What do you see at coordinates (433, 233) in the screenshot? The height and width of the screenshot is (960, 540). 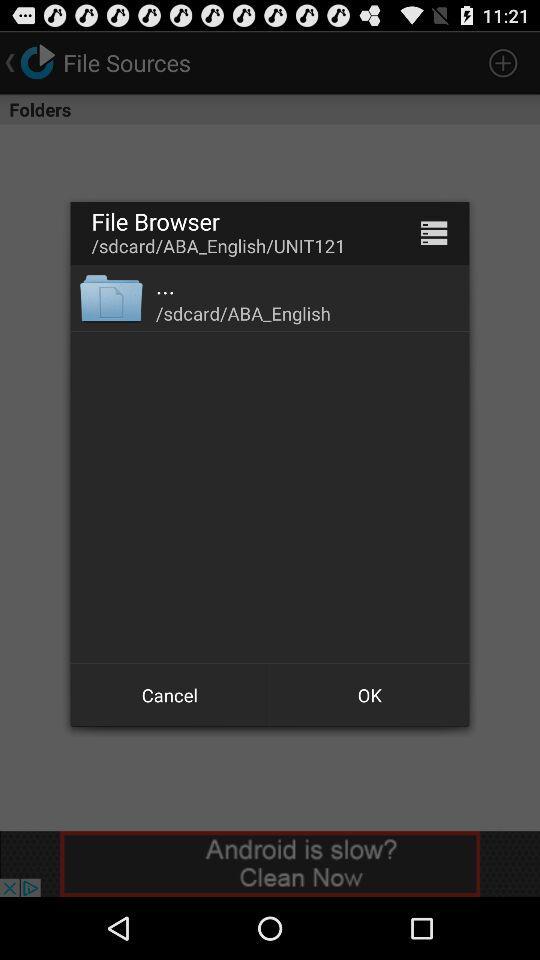 I see `the app next to /sdcard/aba_english/unit121` at bounding box center [433, 233].